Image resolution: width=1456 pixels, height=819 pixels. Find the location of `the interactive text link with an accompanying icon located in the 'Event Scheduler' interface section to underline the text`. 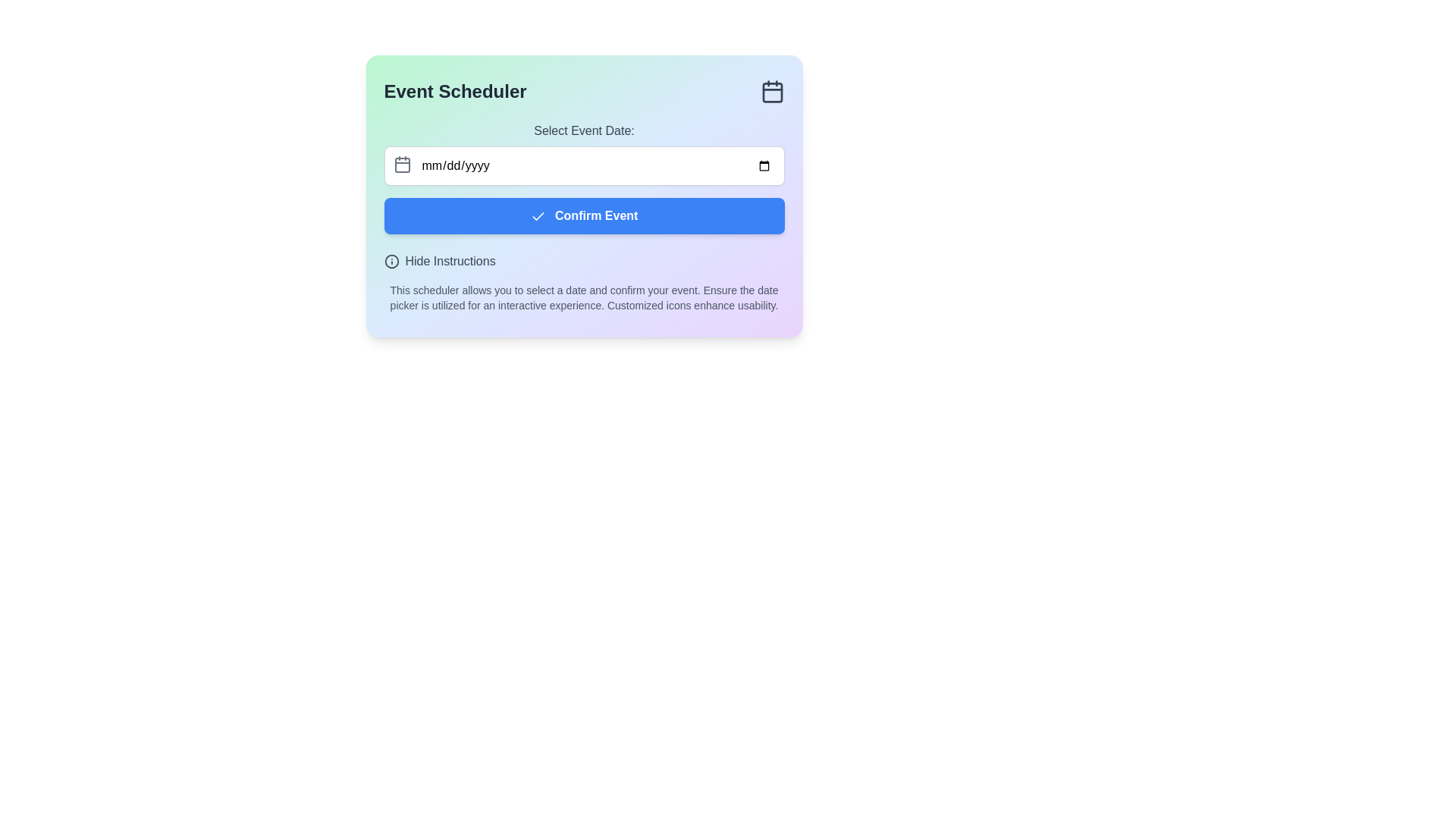

the interactive text link with an accompanying icon located in the 'Event Scheduler' interface section to underline the text is located at coordinates (439, 260).